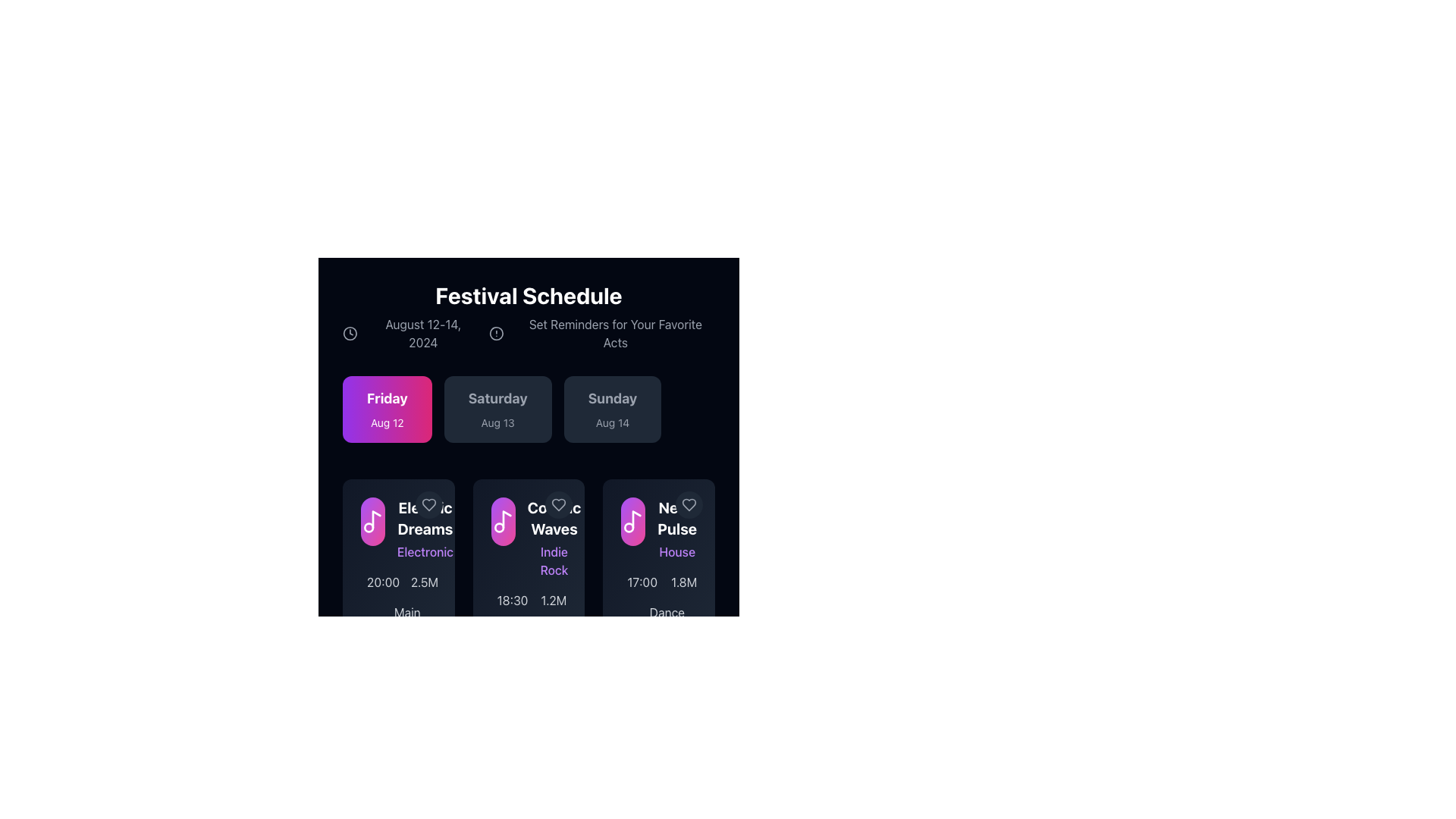 The width and height of the screenshot is (1456, 819). What do you see at coordinates (529, 415) in the screenshot?
I see `the date card in the horizontal list that displays 'Saturday Aug 13'` at bounding box center [529, 415].